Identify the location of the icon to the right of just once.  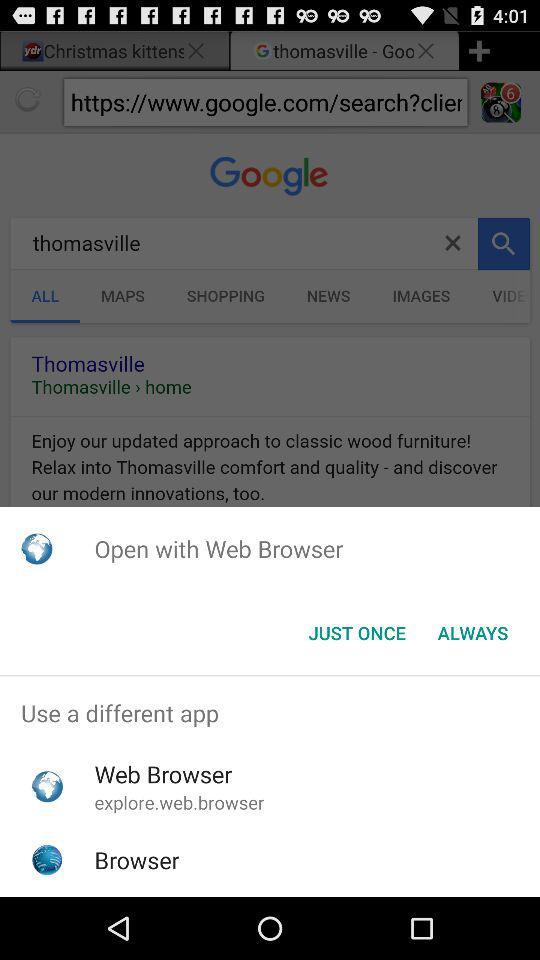
(472, 632).